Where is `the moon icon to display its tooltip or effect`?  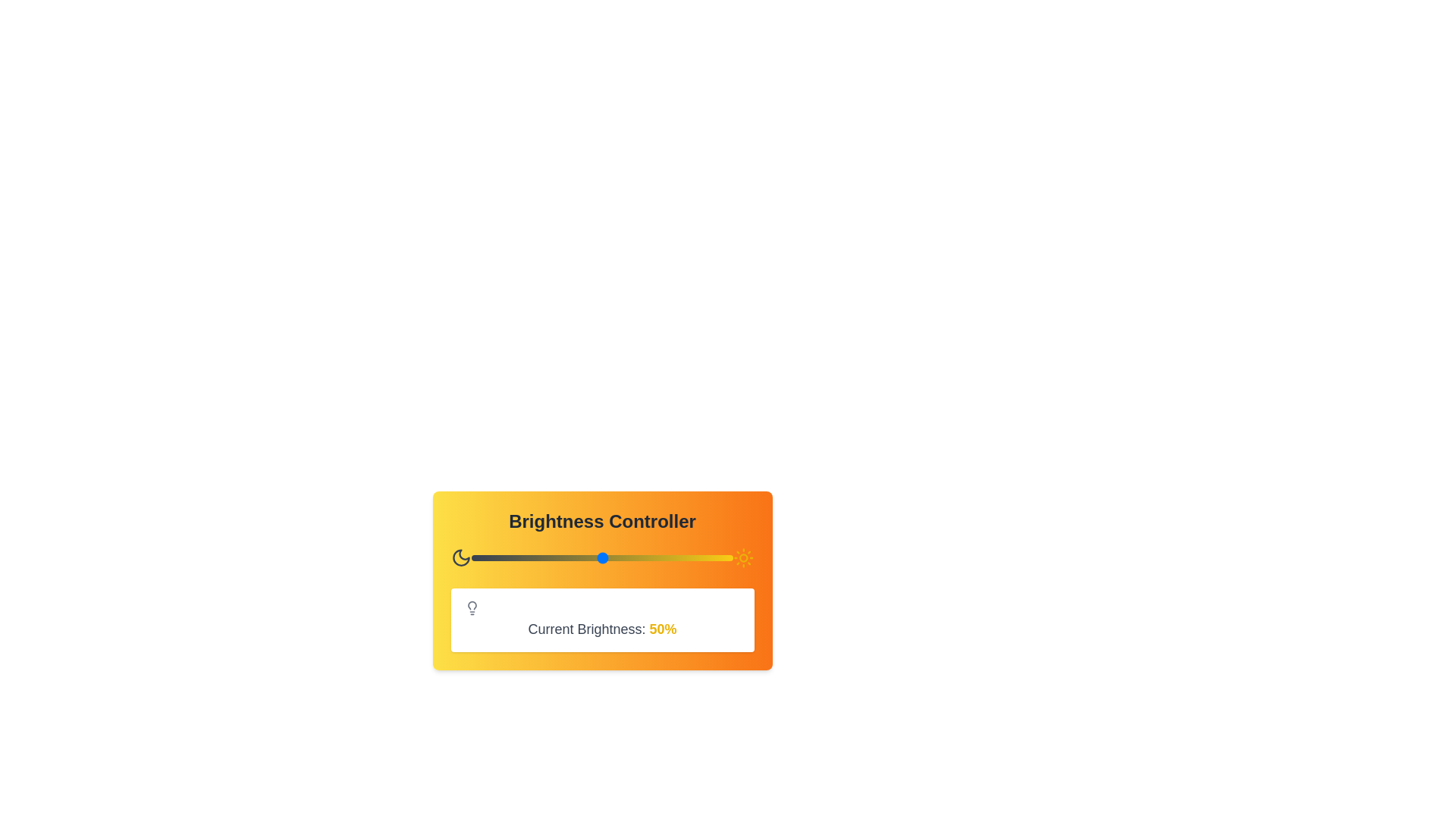 the moon icon to display its tooltip or effect is located at coordinates (460, 558).